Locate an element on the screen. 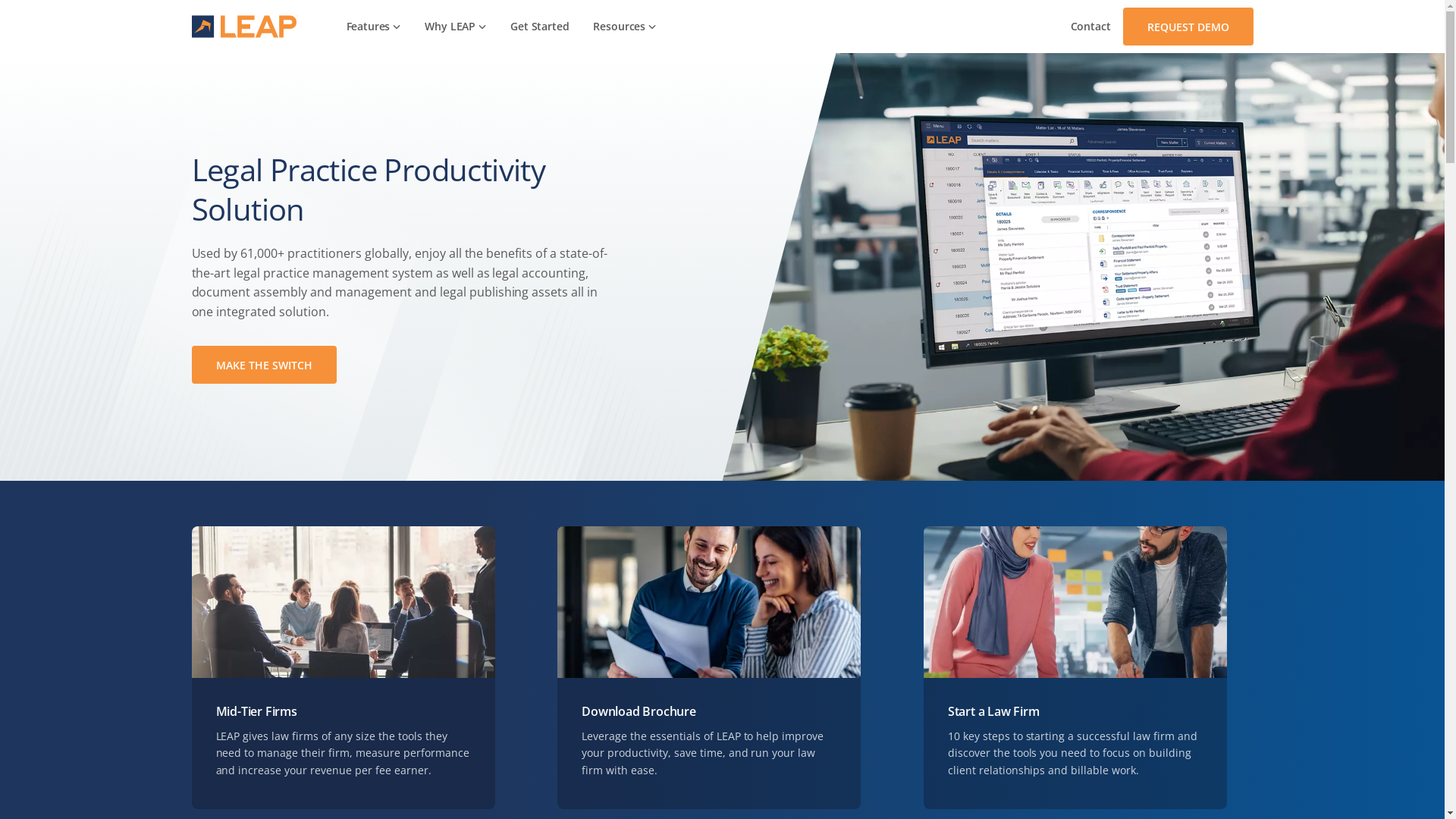  'Contact' is located at coordinates (1090, 26).